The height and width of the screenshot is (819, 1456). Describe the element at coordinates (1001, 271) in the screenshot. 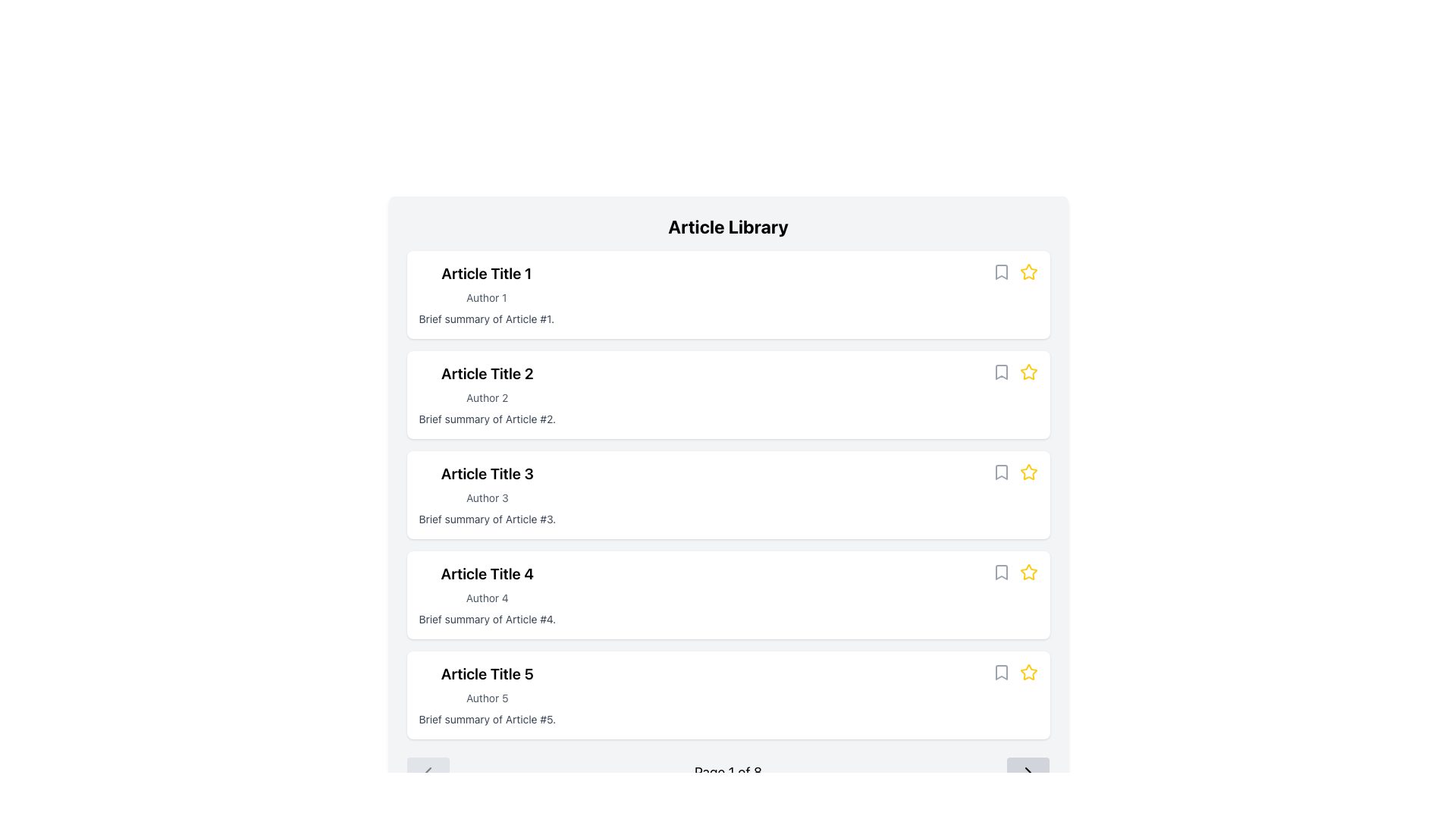

I see `the bookmark icon, which is styled with a triangular cut-out at the top and is gray in color` at that location.